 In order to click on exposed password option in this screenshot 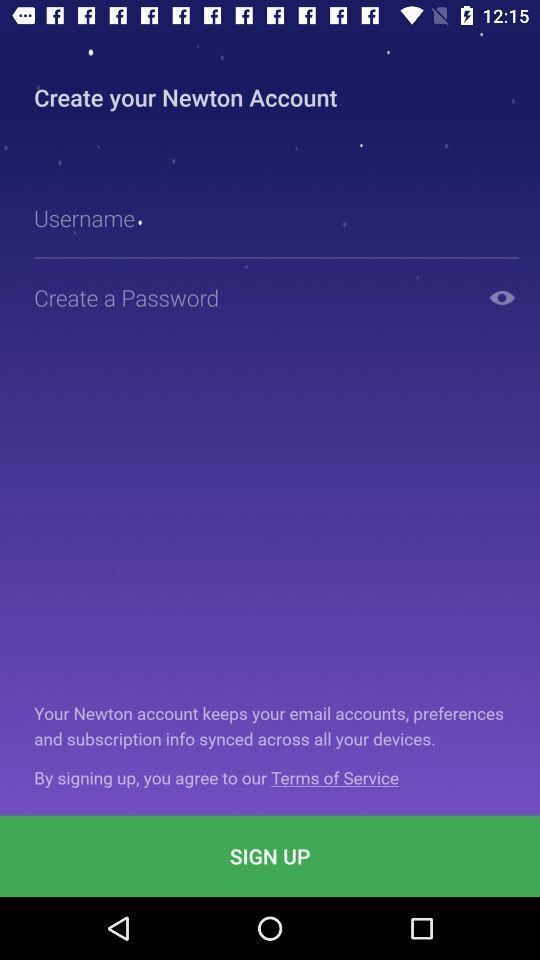, I will do `click(501, 296)`.